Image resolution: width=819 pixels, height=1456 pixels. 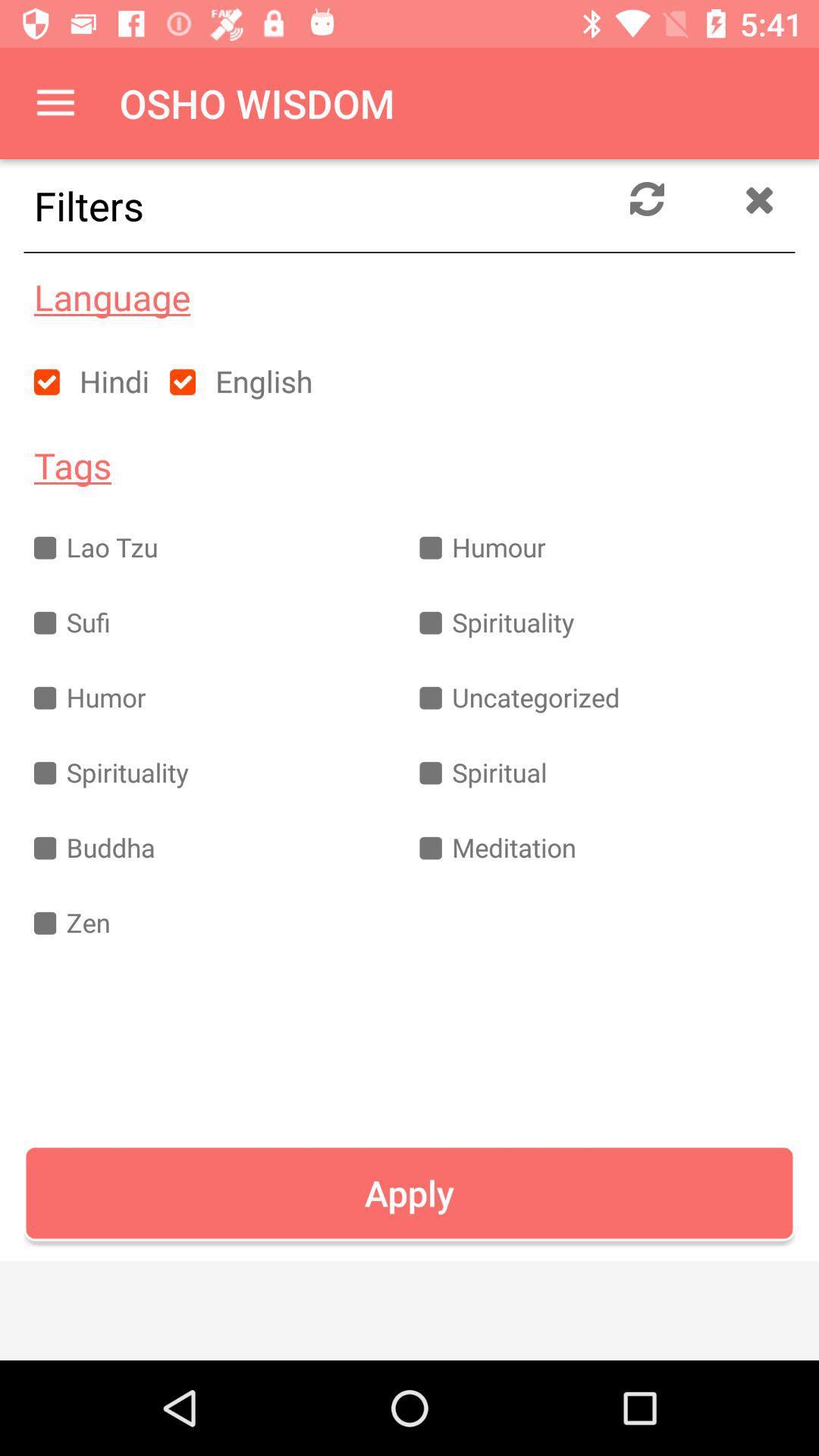 I want to click on the item next to the osho wisdom, so click(x=55, y=102).